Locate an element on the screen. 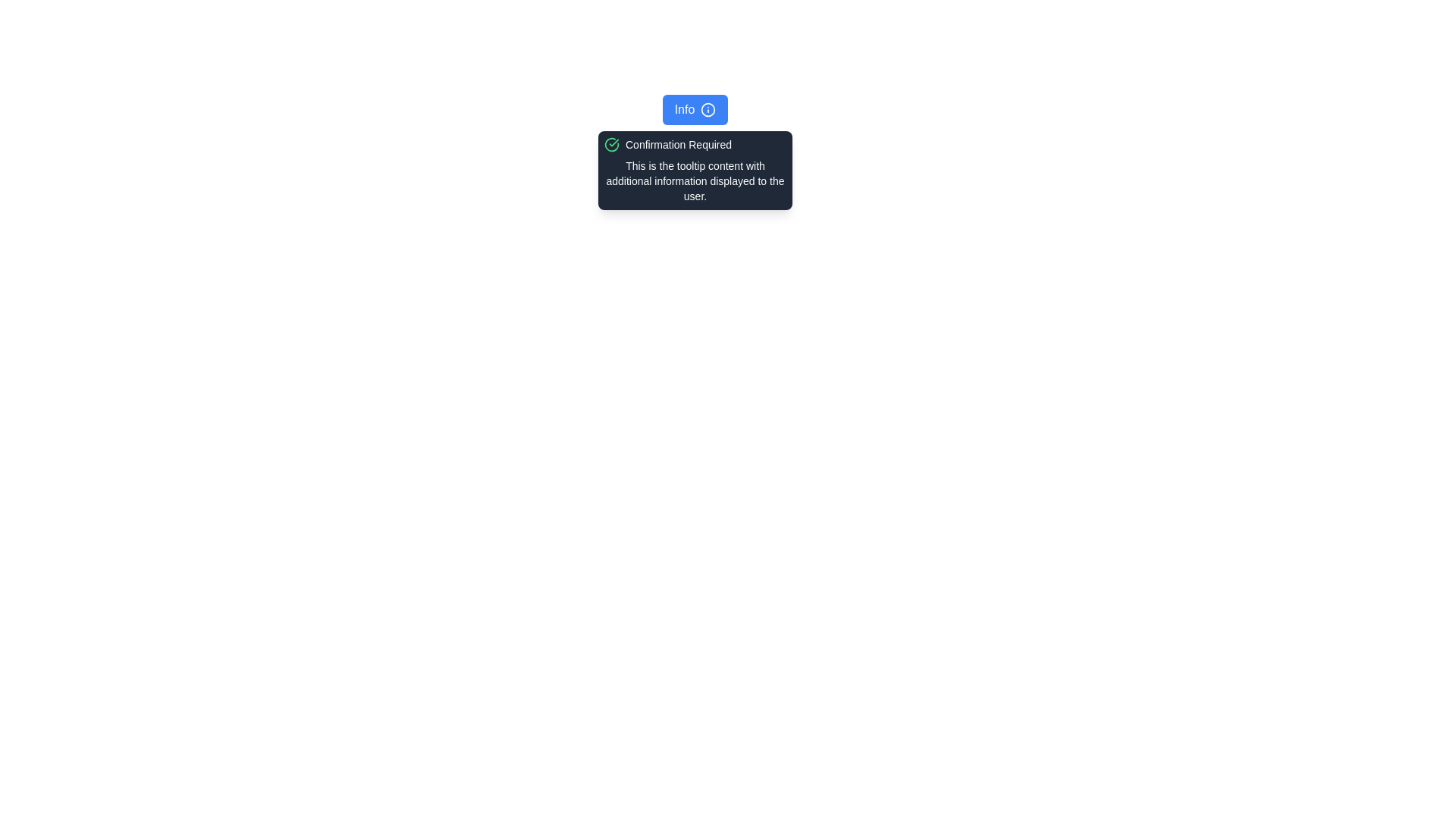  the tooltip with a dark gray background and white text, which contains a checkmark icon and the text 'Confirmation Required' is located at coordinates (694, 170).